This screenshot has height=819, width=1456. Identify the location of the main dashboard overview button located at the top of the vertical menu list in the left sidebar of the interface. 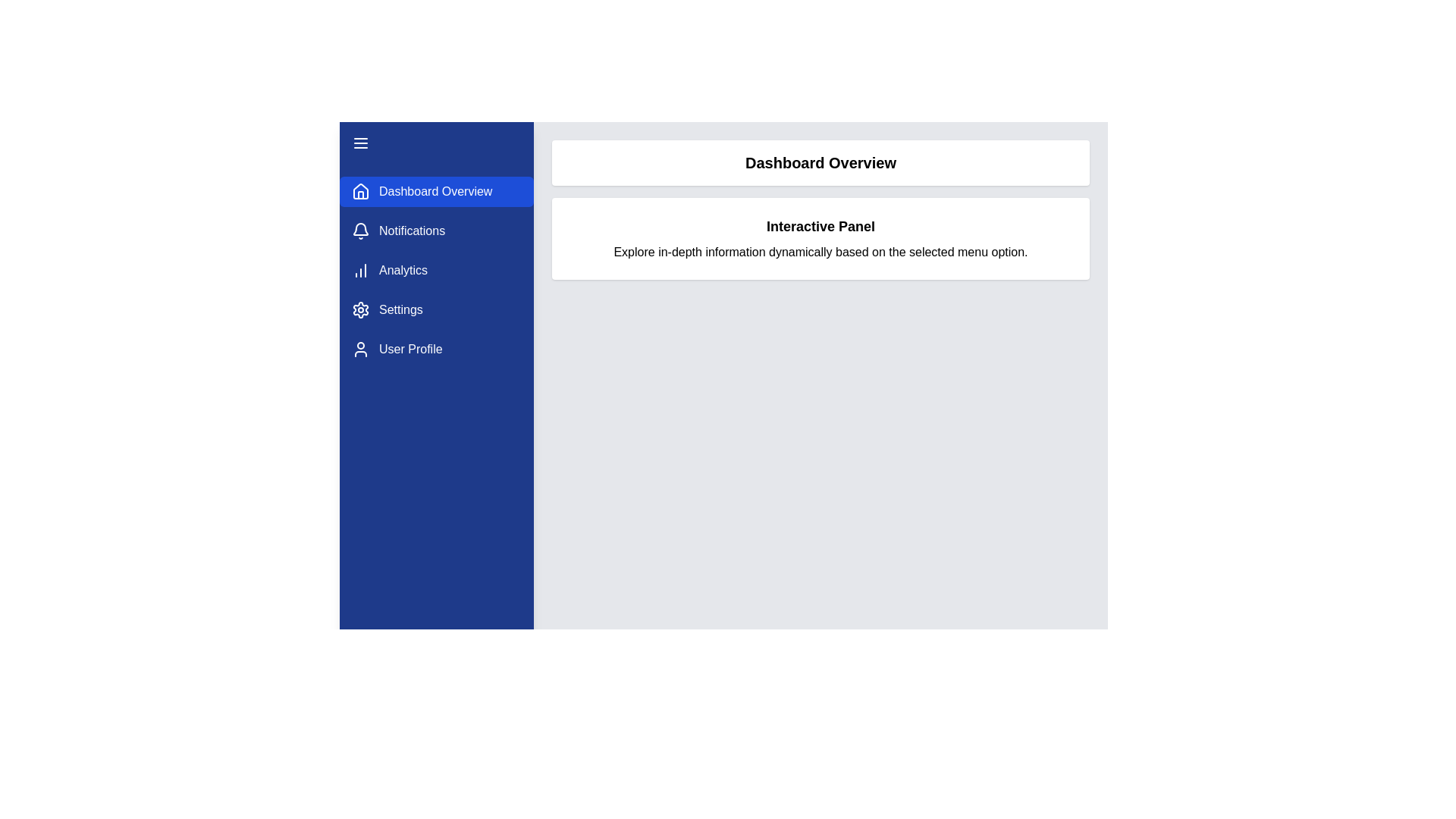
(436, 191).